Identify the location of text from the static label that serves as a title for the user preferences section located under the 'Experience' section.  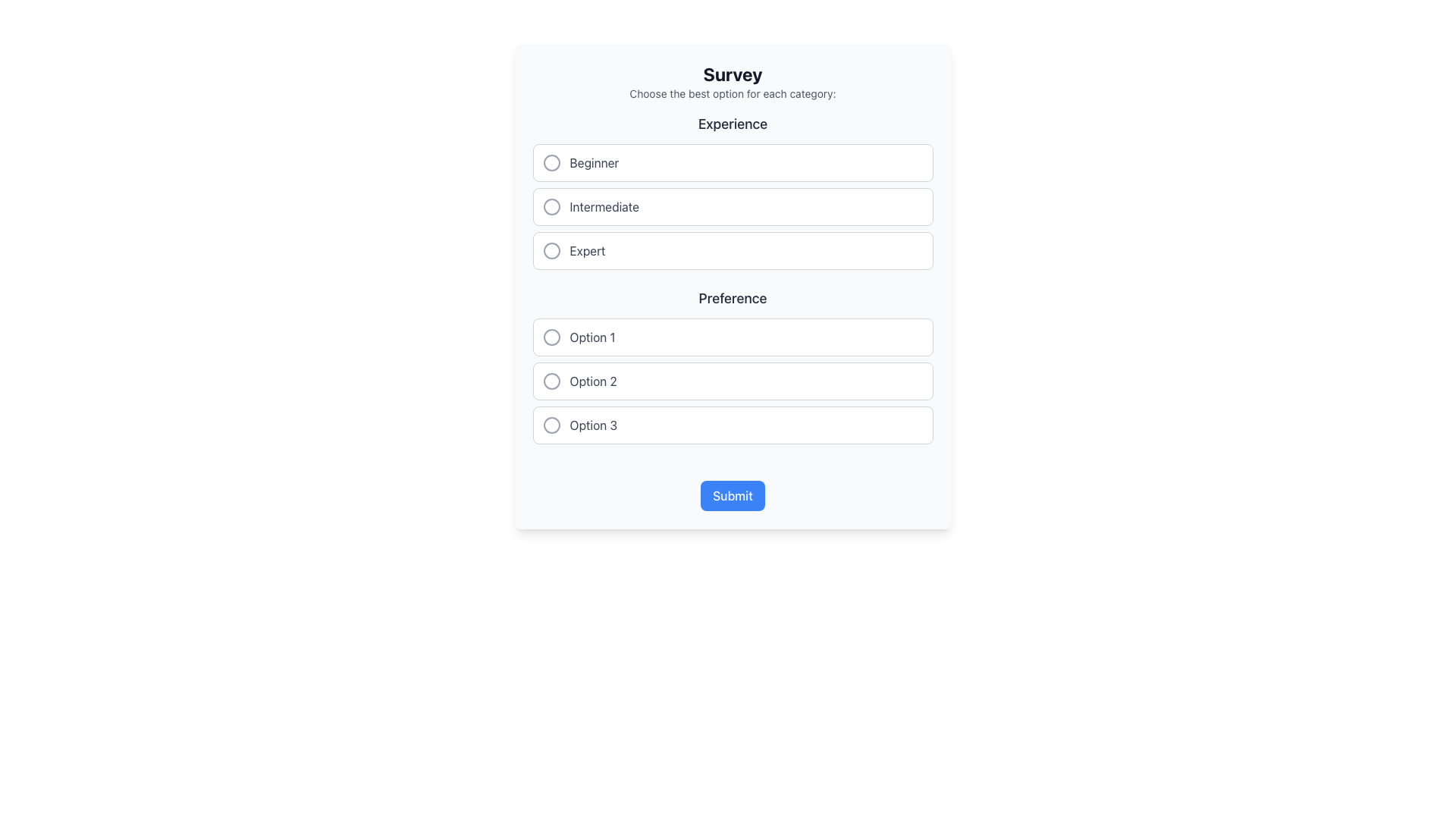
(733, 298).